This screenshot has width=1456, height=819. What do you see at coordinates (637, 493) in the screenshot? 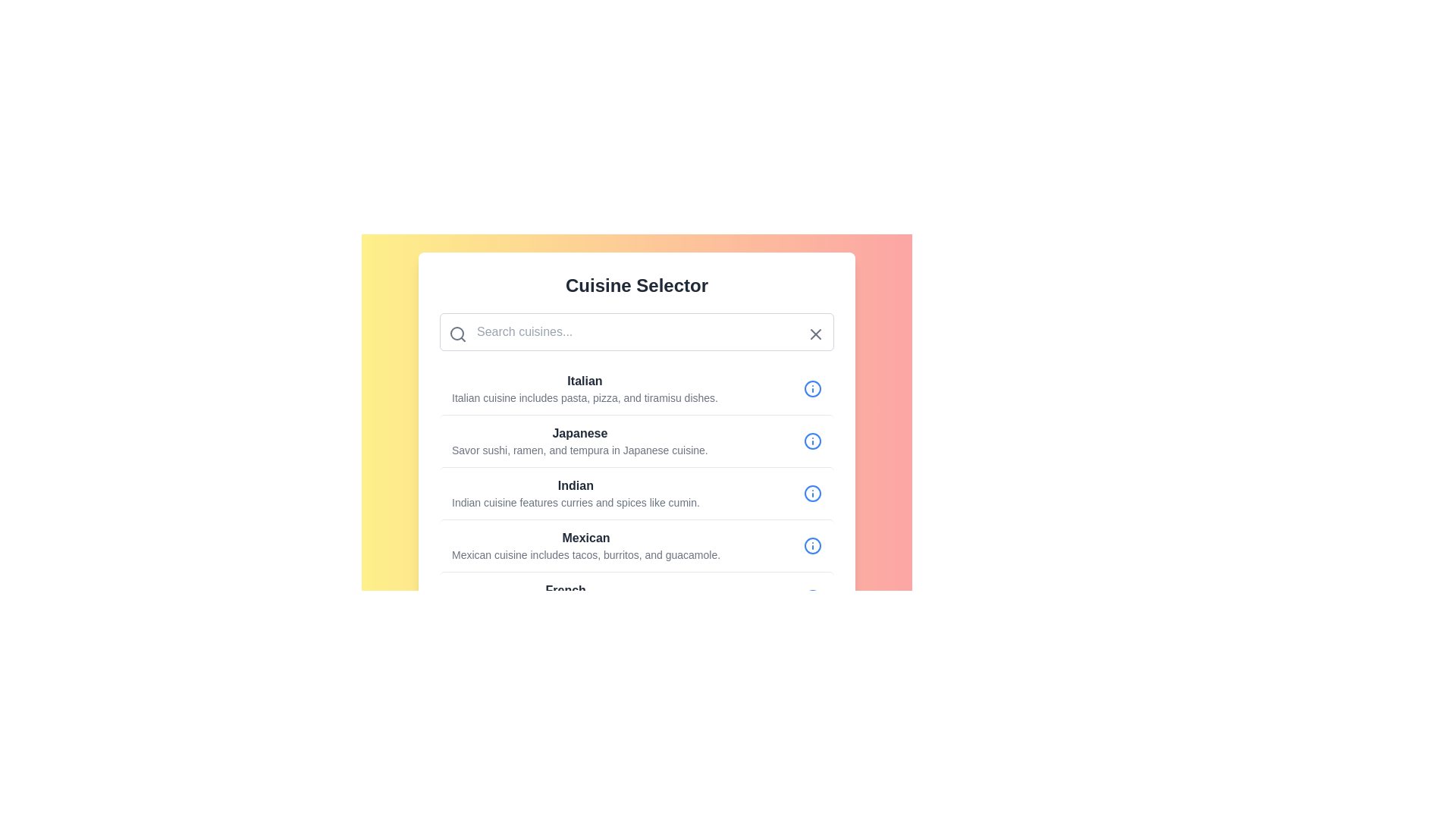
I see `to select the list item representing Indian cuisine, which is the third entry in the vertical list of cuisine options` at bounding box center [637, 493].